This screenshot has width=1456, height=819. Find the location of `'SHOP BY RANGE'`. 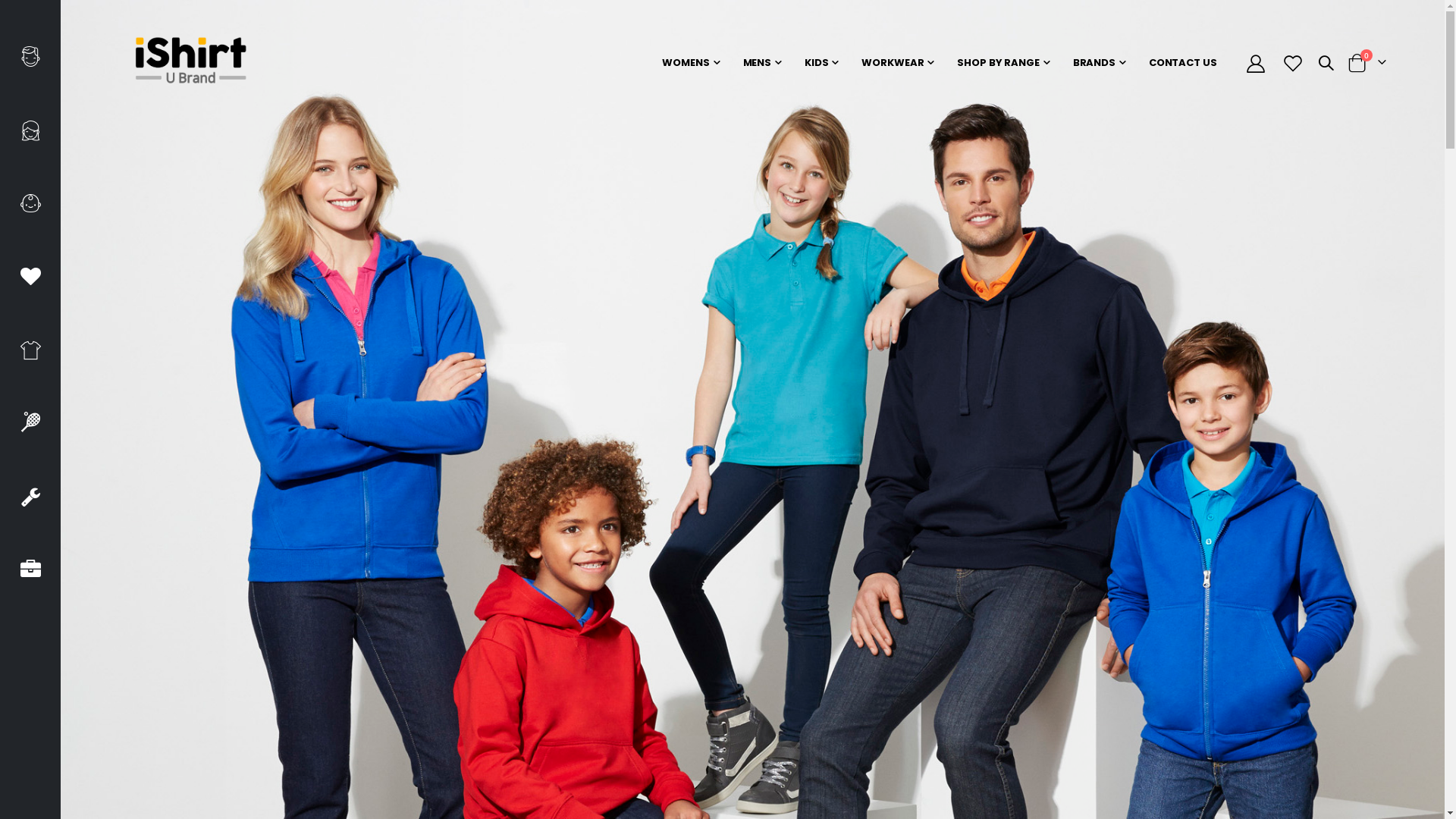

'SHOP BY RANGE' is located at coordinates (1003, 62).